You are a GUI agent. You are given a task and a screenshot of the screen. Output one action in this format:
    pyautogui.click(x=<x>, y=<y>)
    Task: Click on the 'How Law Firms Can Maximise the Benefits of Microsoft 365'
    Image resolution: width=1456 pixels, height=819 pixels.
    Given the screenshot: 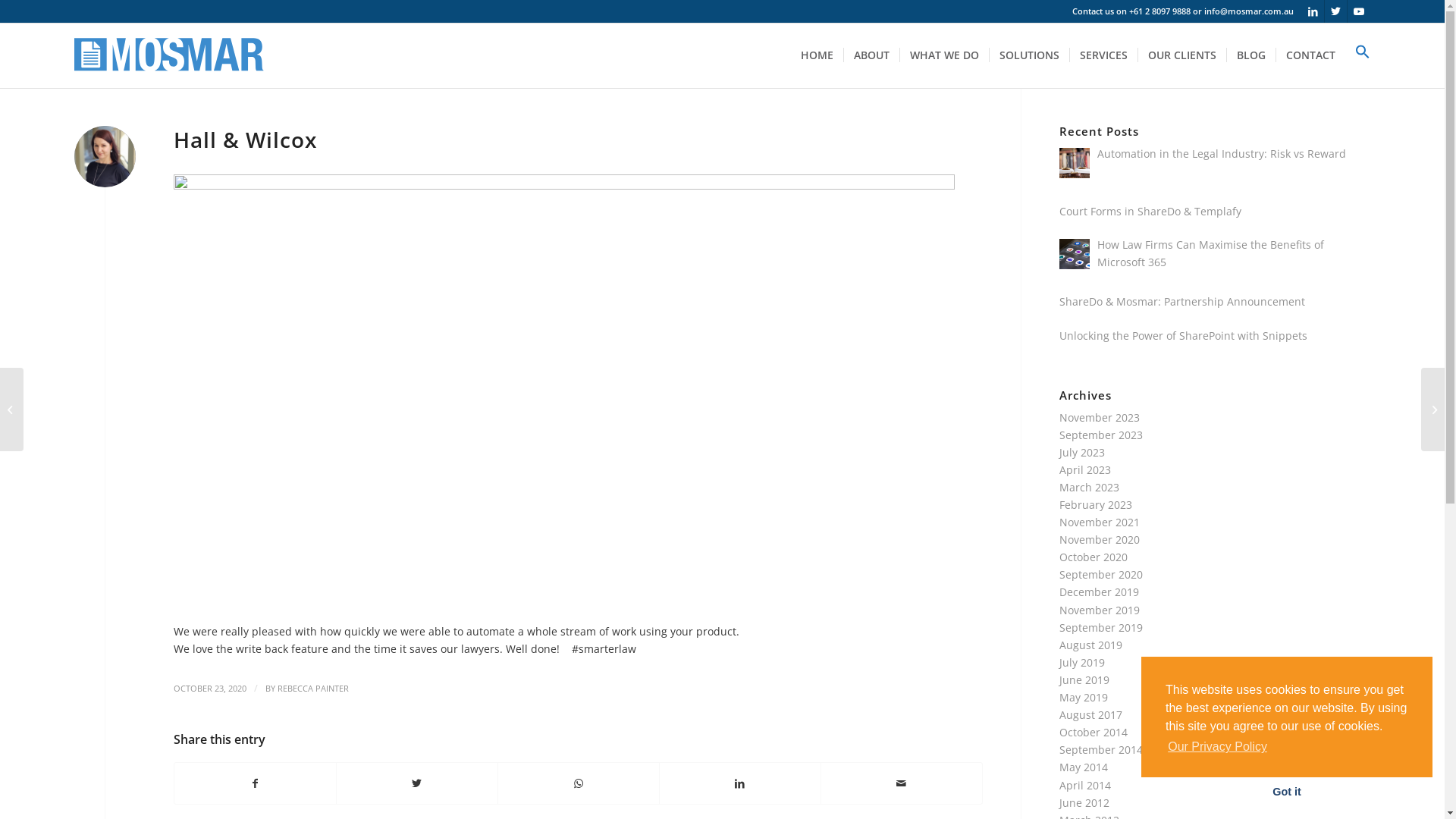 What is the action you would take?
    pyautogui.click(x=1210, y=253)
    